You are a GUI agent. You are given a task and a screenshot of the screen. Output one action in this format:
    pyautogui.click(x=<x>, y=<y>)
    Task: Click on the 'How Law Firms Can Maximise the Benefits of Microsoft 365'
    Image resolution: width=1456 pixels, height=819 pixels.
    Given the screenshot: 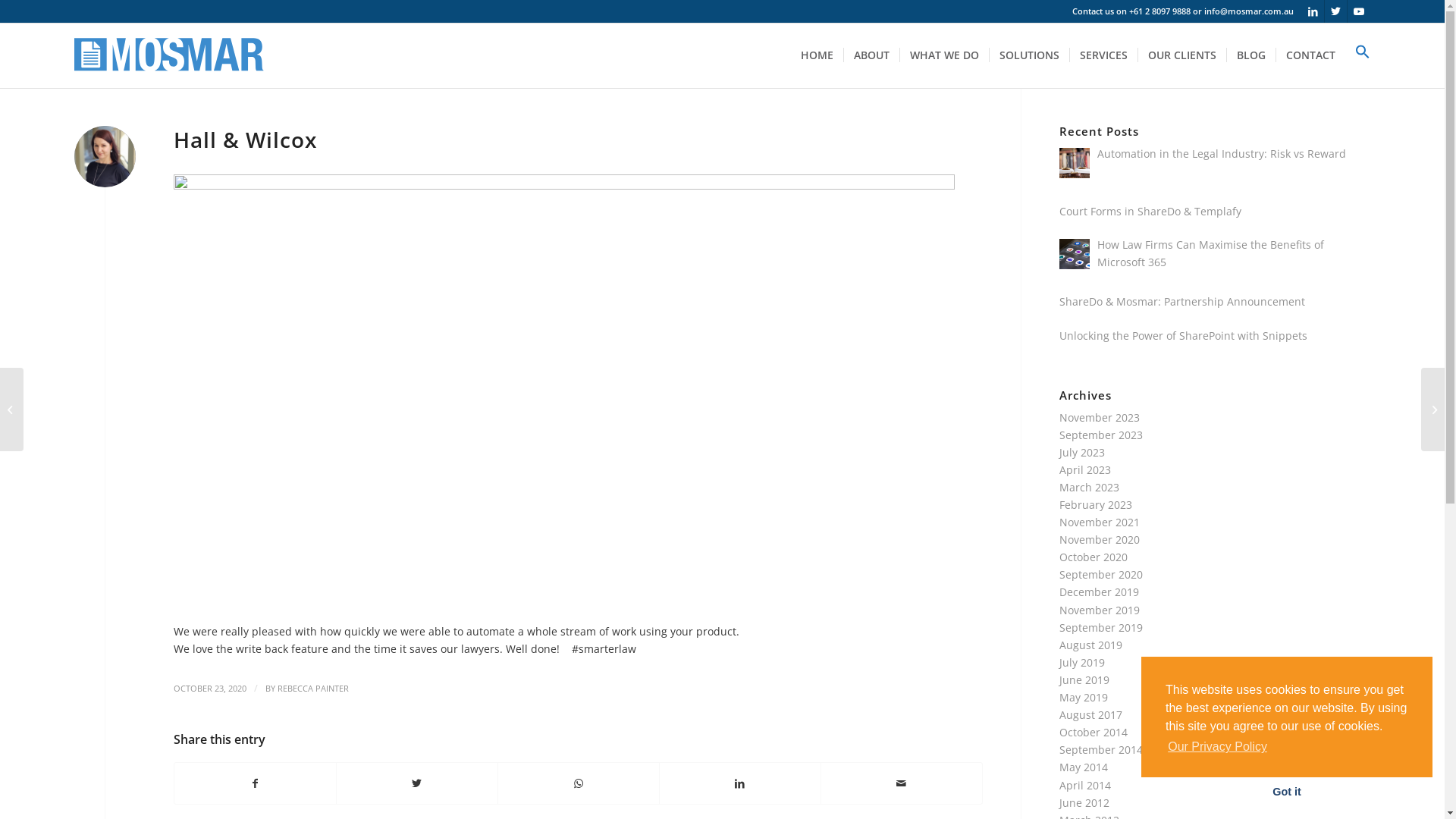 What is the action you would take?
    pyautogui.click(x=1210, y=253)
    